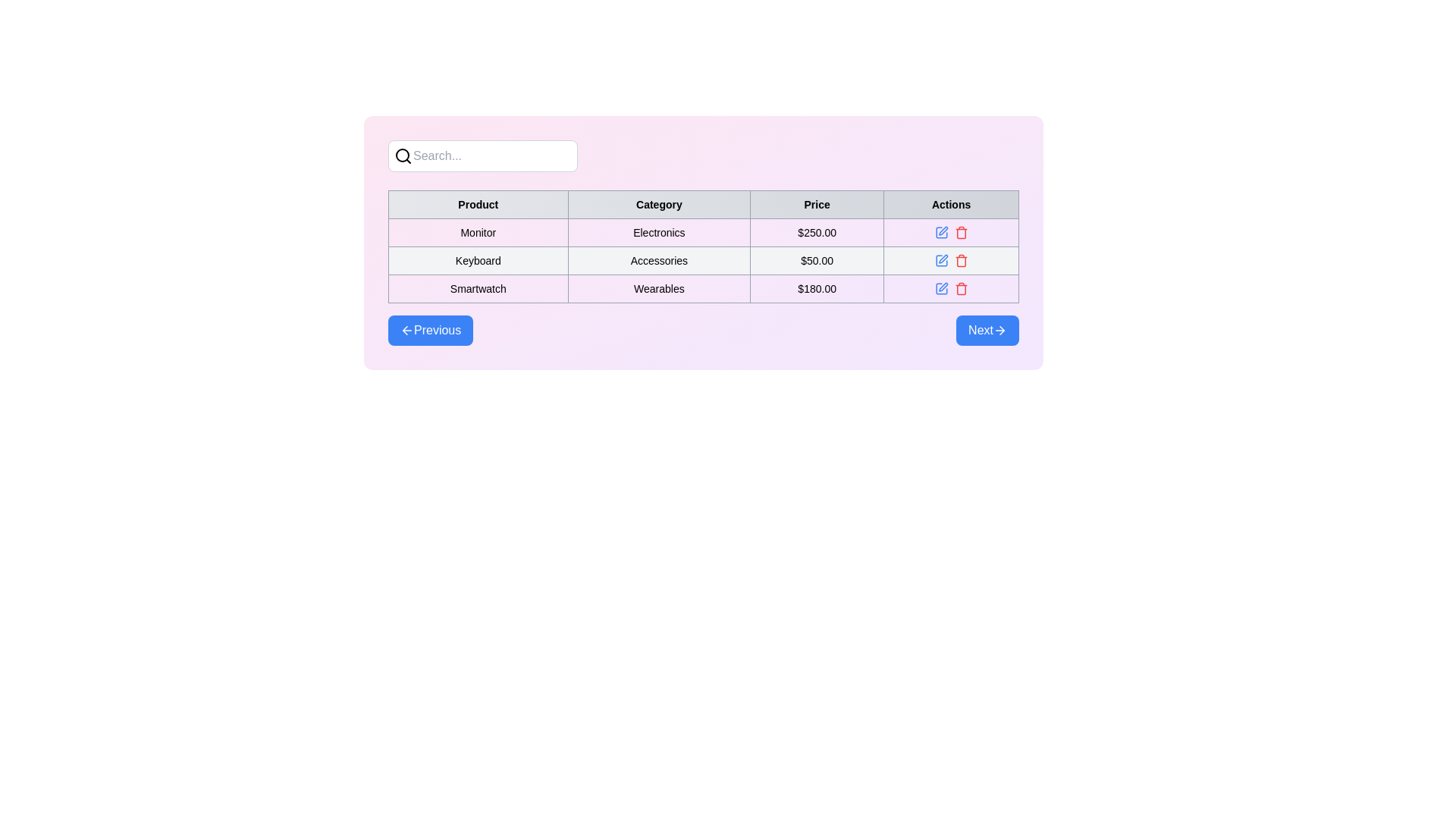  Describe the element at coordinates (942, 287) in the screenshot. I see `the edit action button, which is represented by a pen icon in the 'Actions' column of the table for the 'Smartwatch' entry` at that location.